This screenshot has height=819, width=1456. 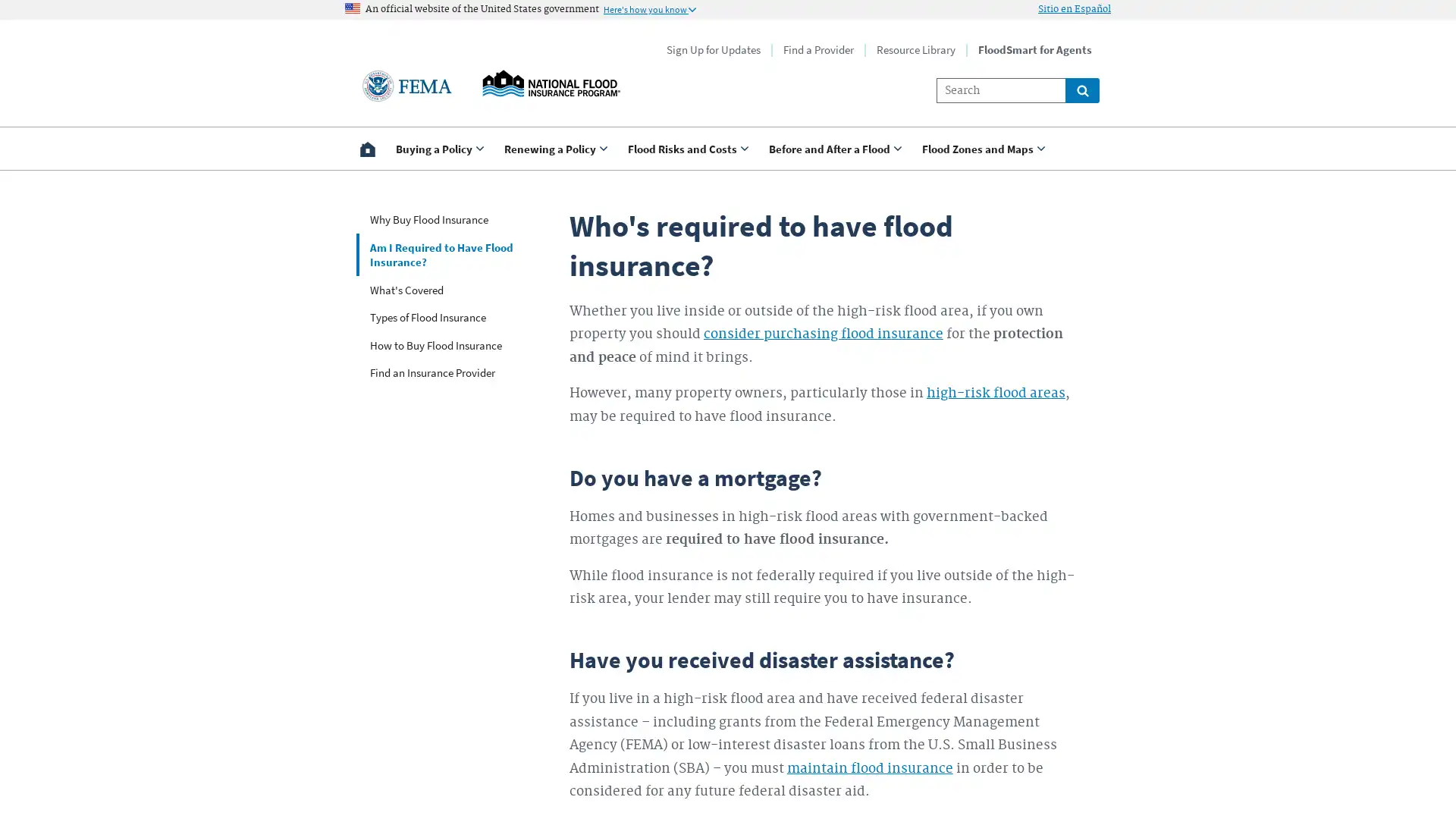 I want to click on Use <enter> and shift + <enter> to open and close the drop down to sub-menus, so click(x=690, y=148).